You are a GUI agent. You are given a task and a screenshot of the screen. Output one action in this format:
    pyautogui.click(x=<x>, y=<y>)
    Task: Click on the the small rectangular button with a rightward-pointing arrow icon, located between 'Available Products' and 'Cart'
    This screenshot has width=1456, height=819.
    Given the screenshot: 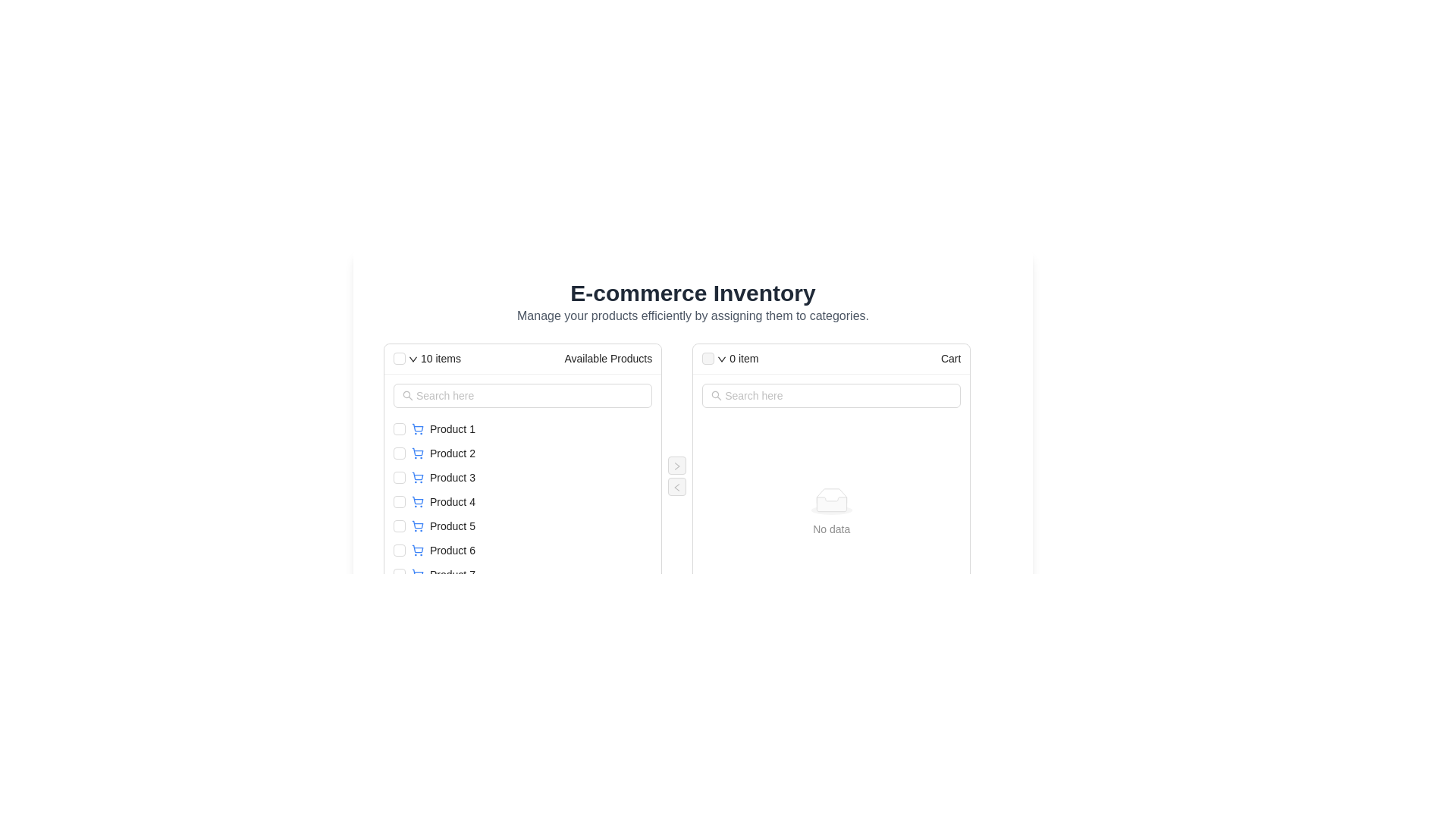 What is the action you would take?
    pyautogui.click(x=676, y=464)
    